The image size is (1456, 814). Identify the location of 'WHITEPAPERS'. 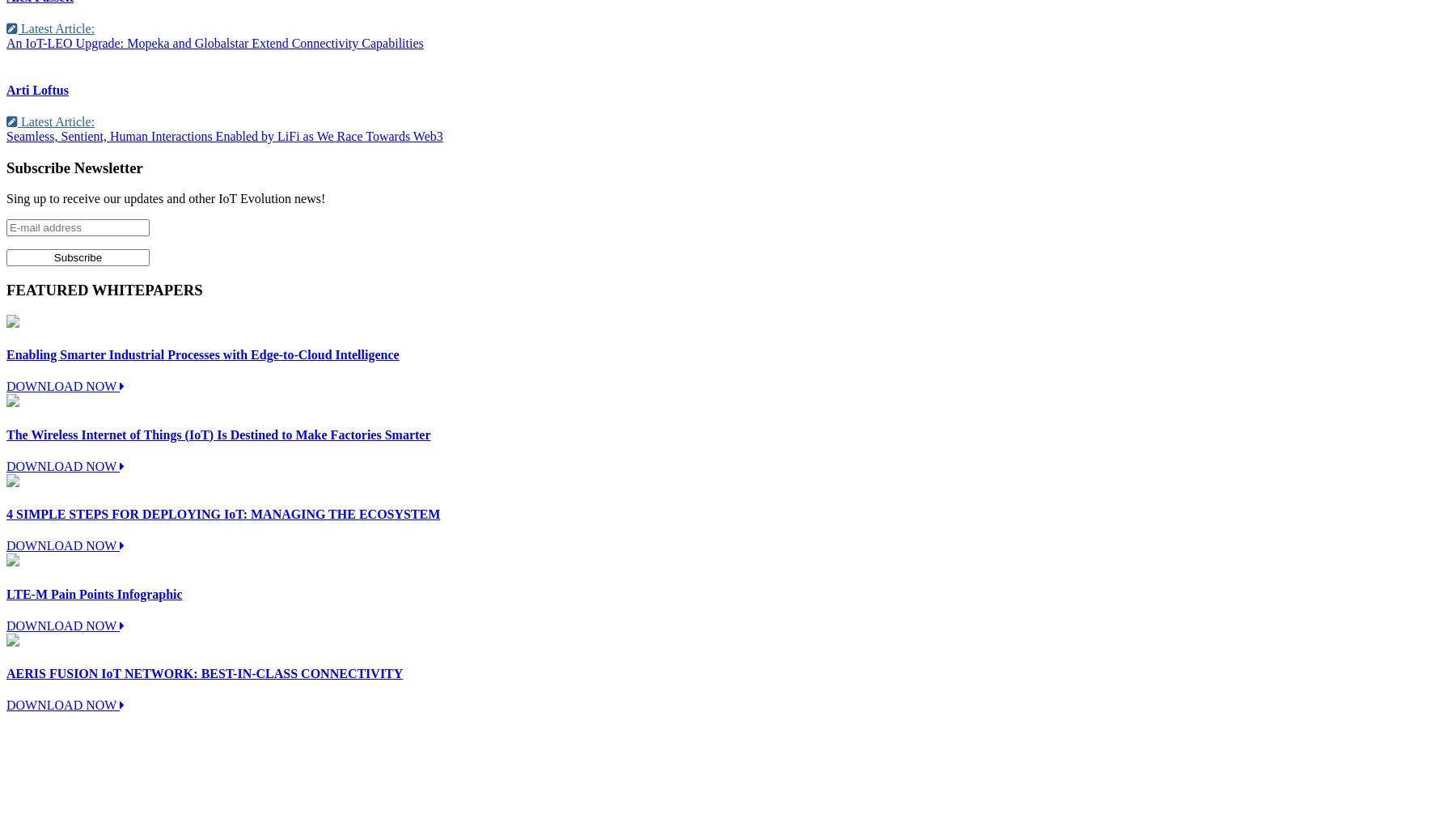
(146, 289).